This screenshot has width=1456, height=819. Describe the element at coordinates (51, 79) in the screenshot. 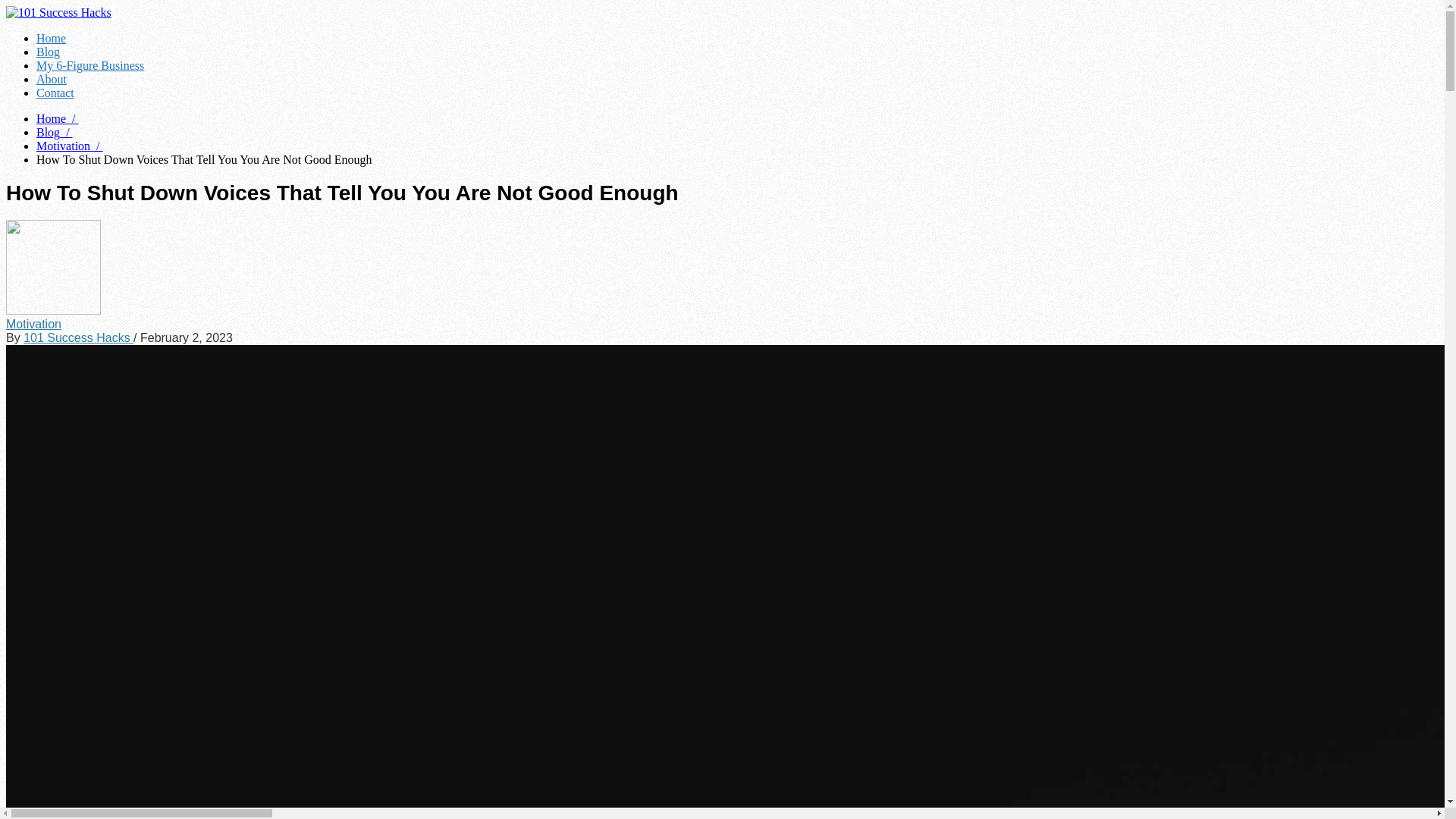

I see `'About'` at that location.